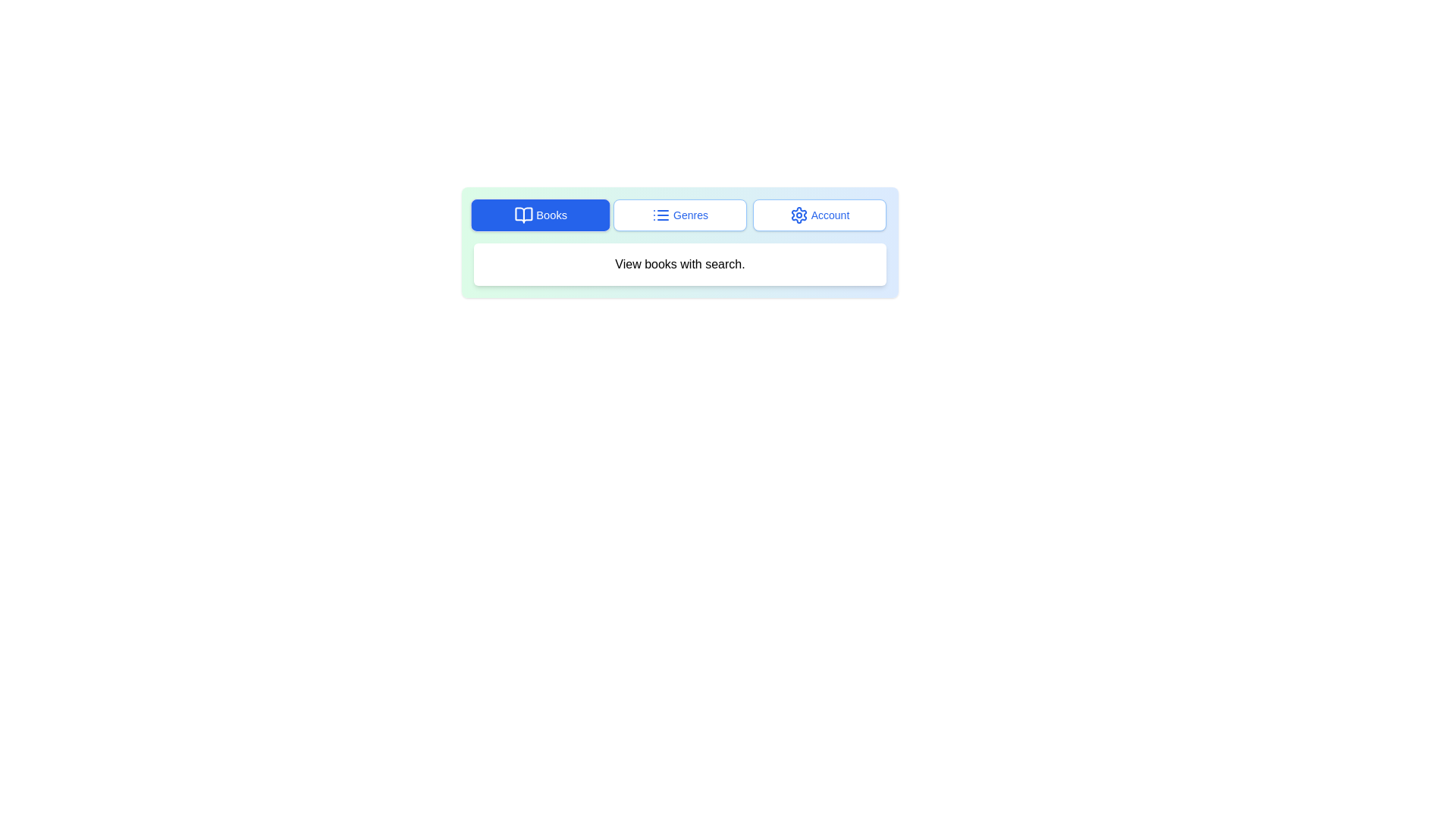 The width and height of the screenshot is (1456, 819). Describe the element at coordinates (798, 215) in the screenshot. I see `the cogwheel part of the settings icon` at that location.